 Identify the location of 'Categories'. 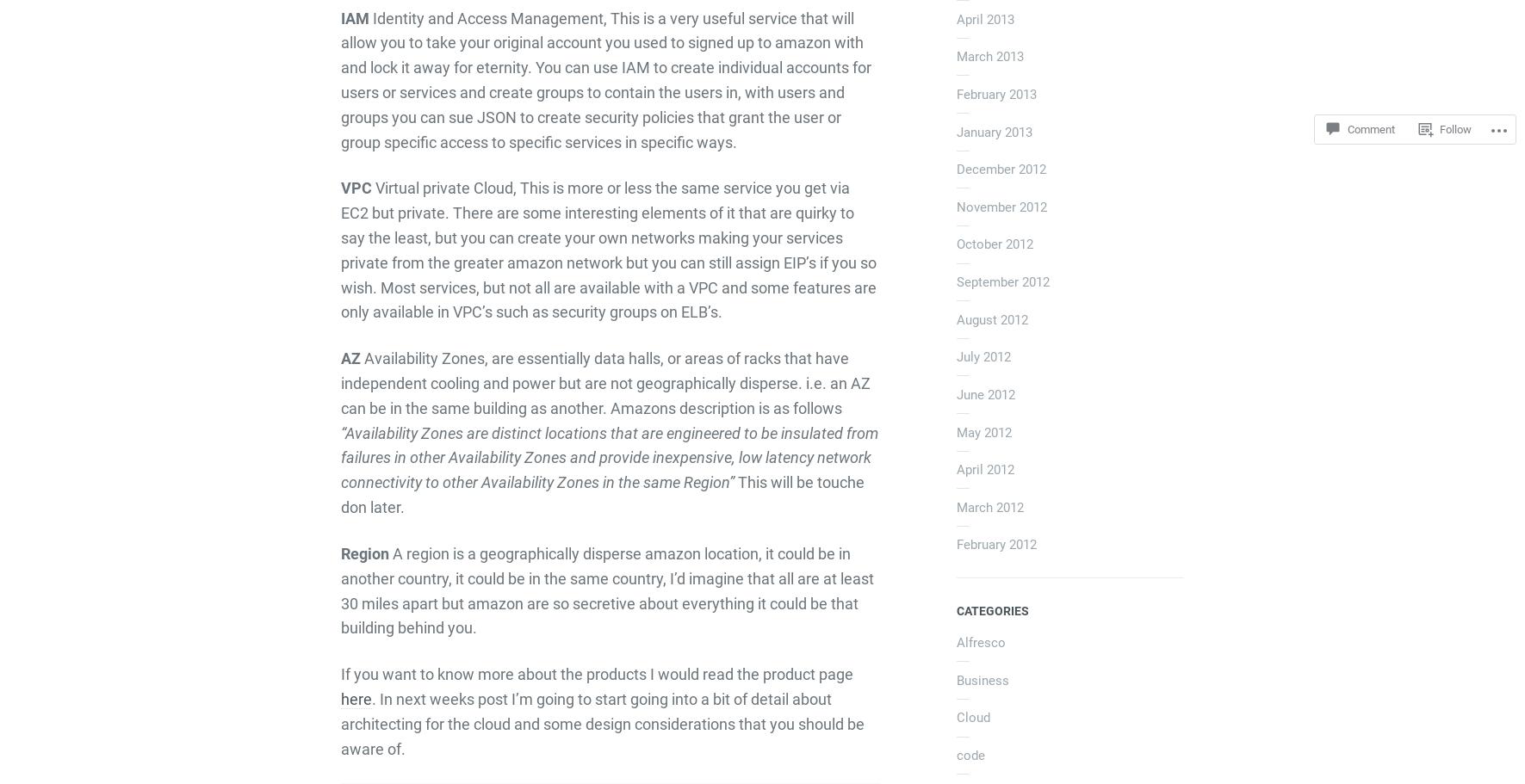
(992, 610).